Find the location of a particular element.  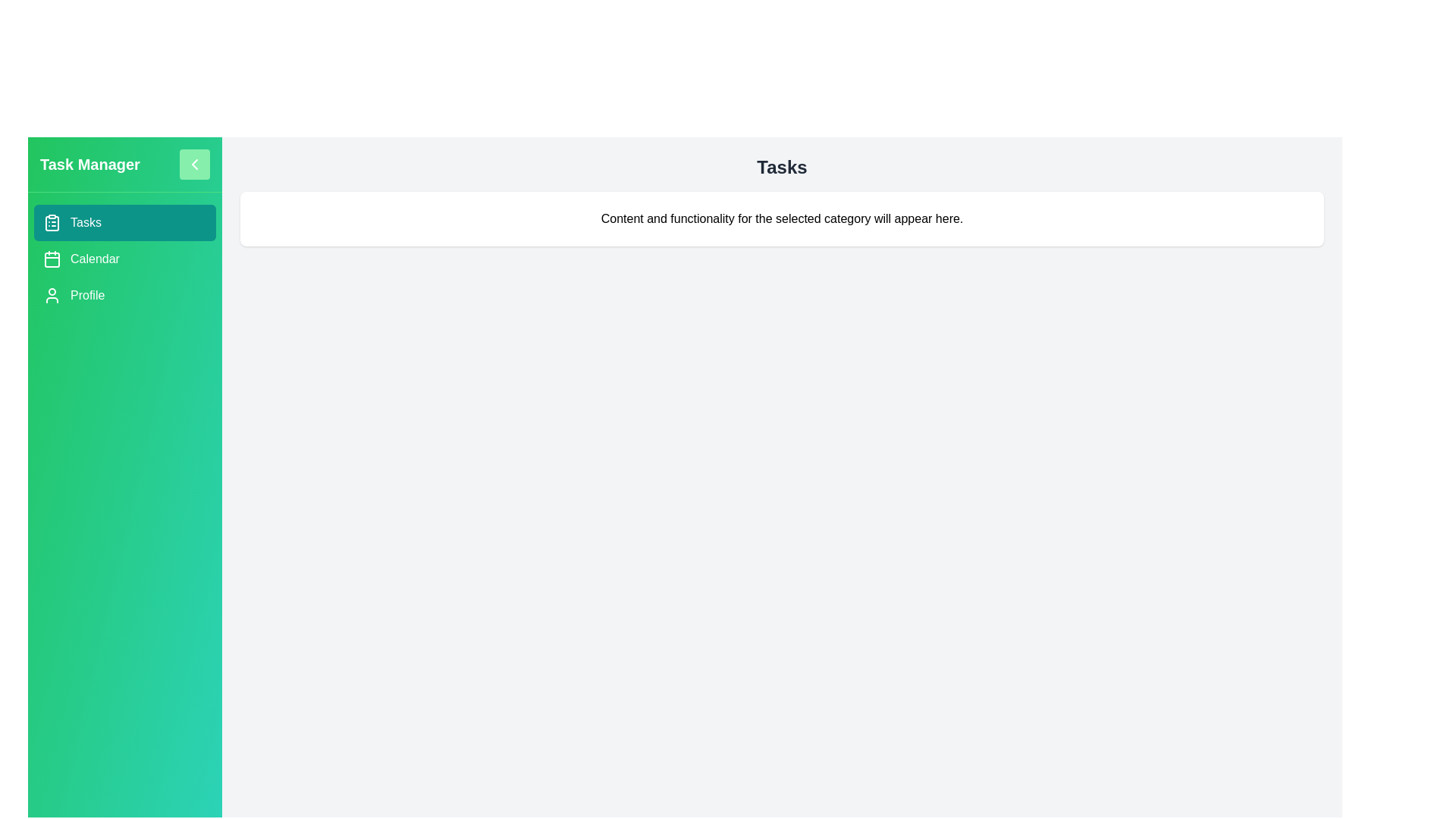

the 'Calendar' menu item to navigate to the 'Calendar' section is located at coordinates (124, 259).